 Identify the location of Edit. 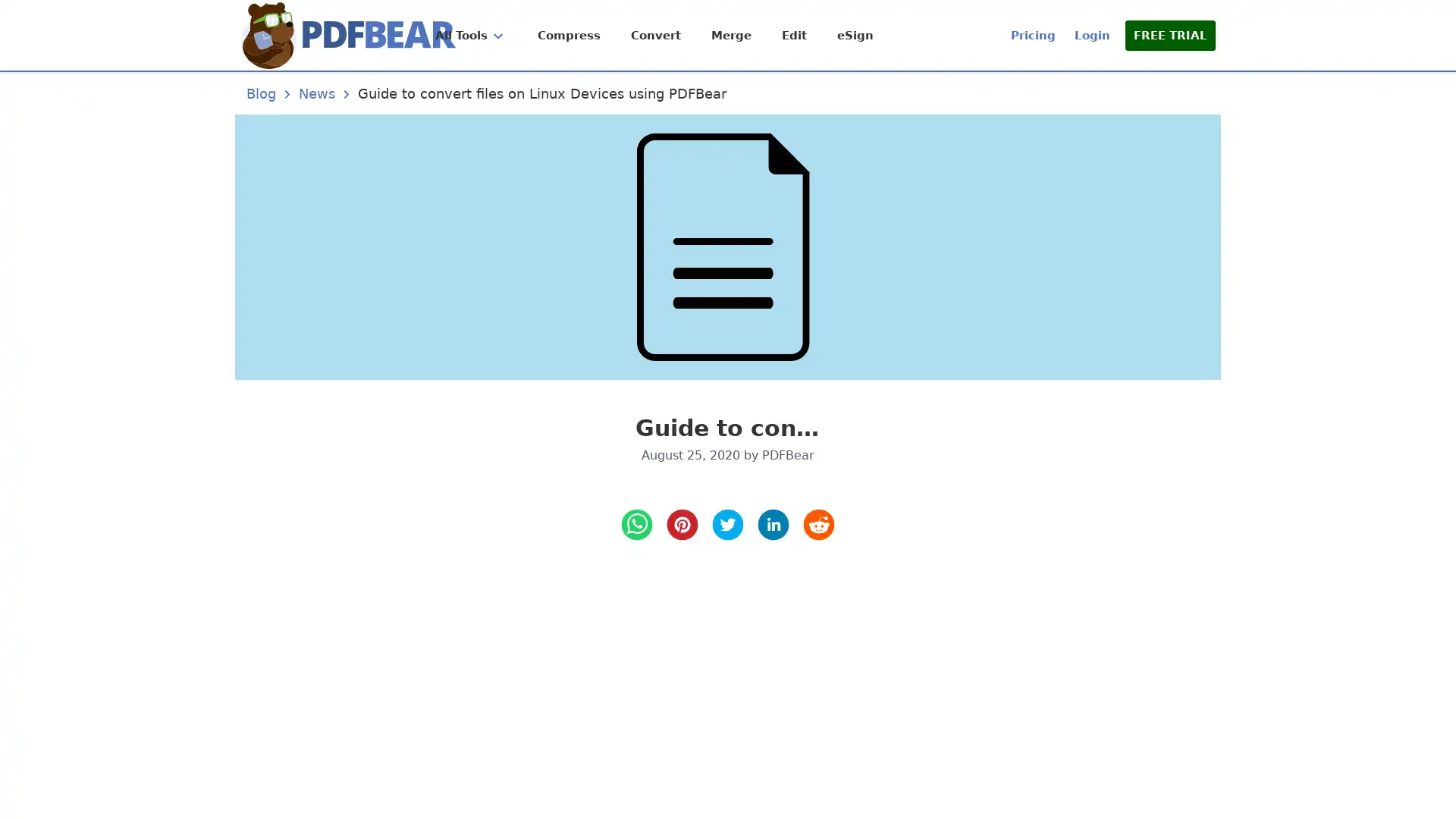
(792, 34).